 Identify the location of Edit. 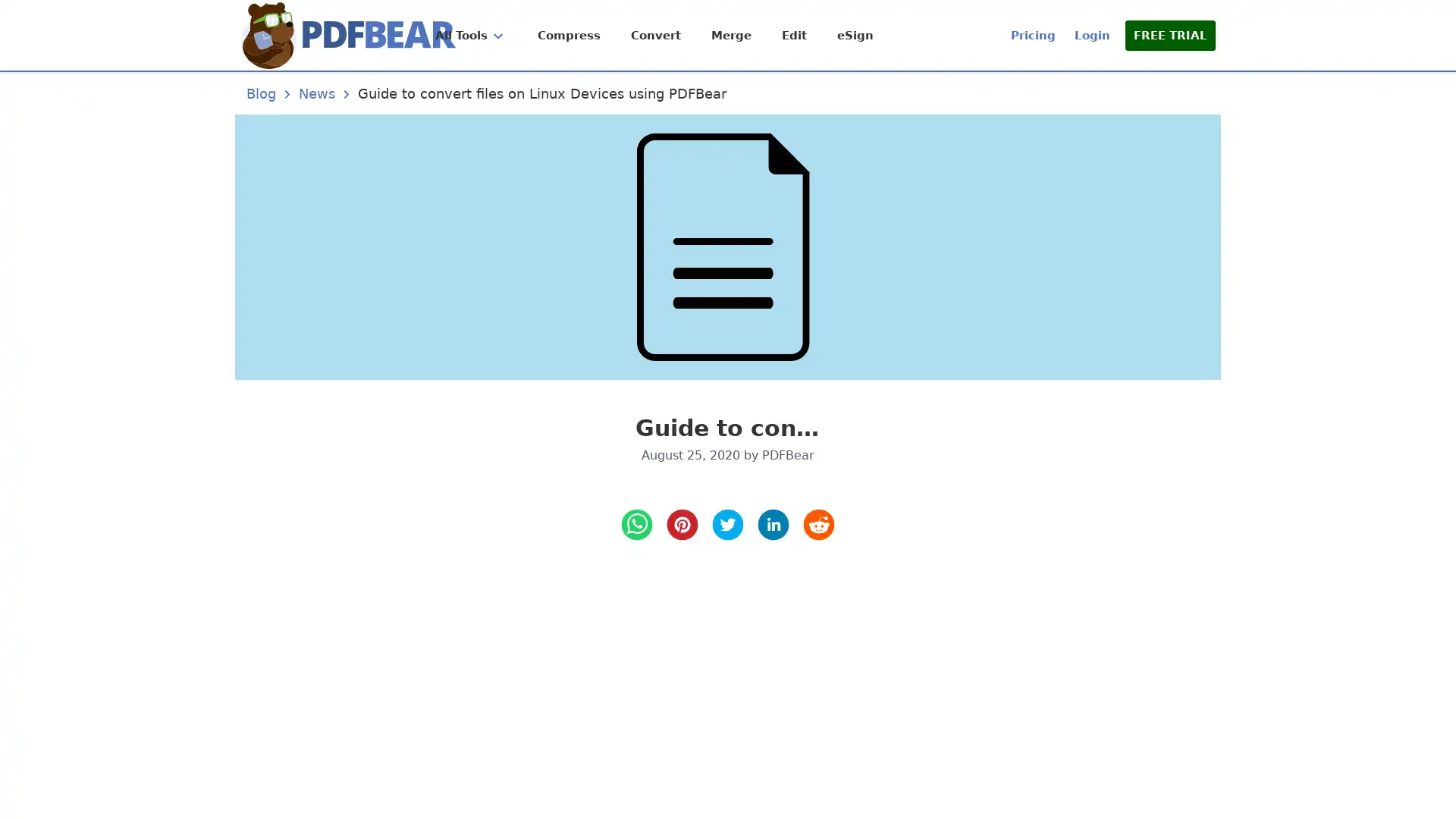
(792, 34).